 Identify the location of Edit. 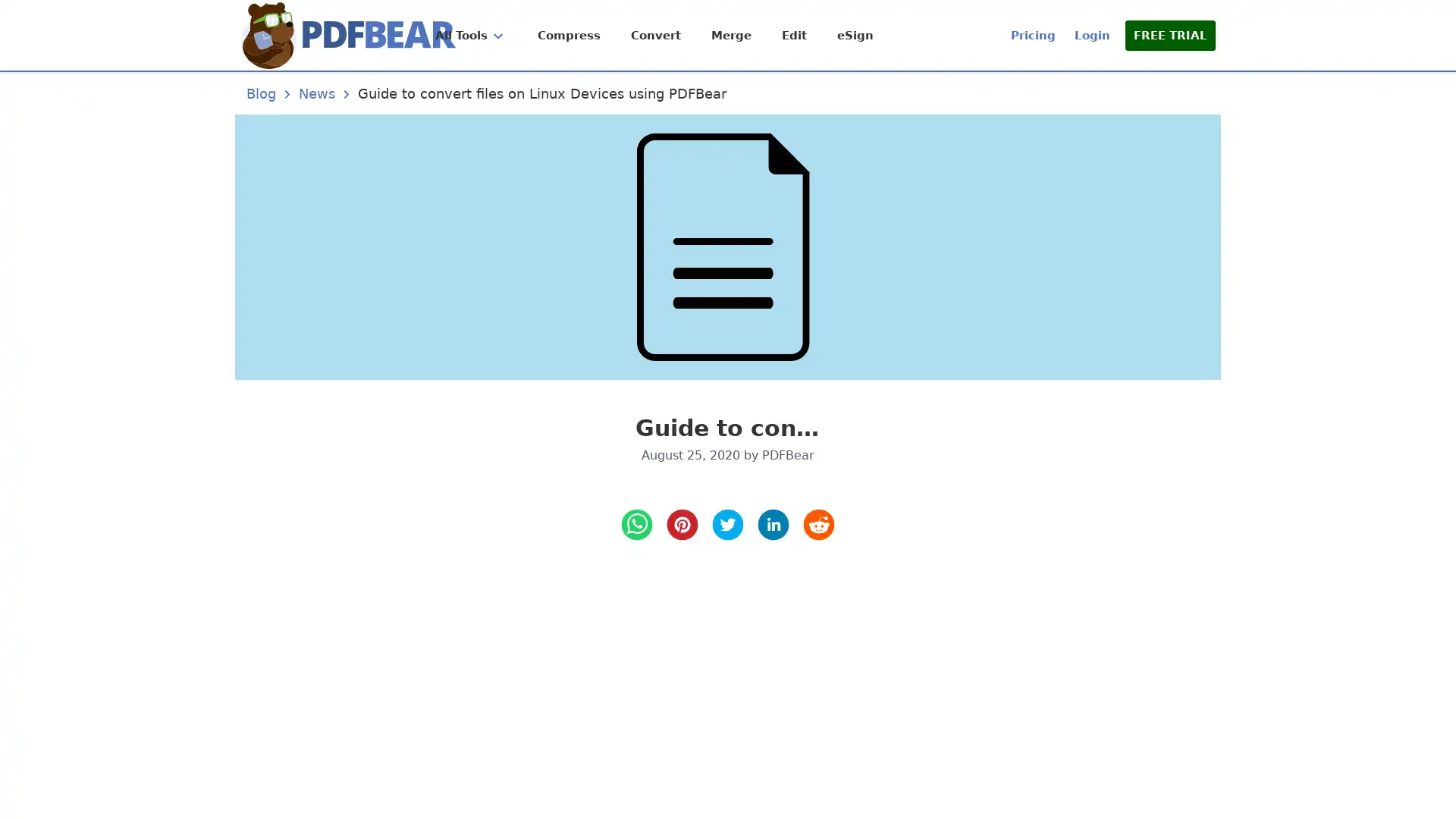
(792, 34).